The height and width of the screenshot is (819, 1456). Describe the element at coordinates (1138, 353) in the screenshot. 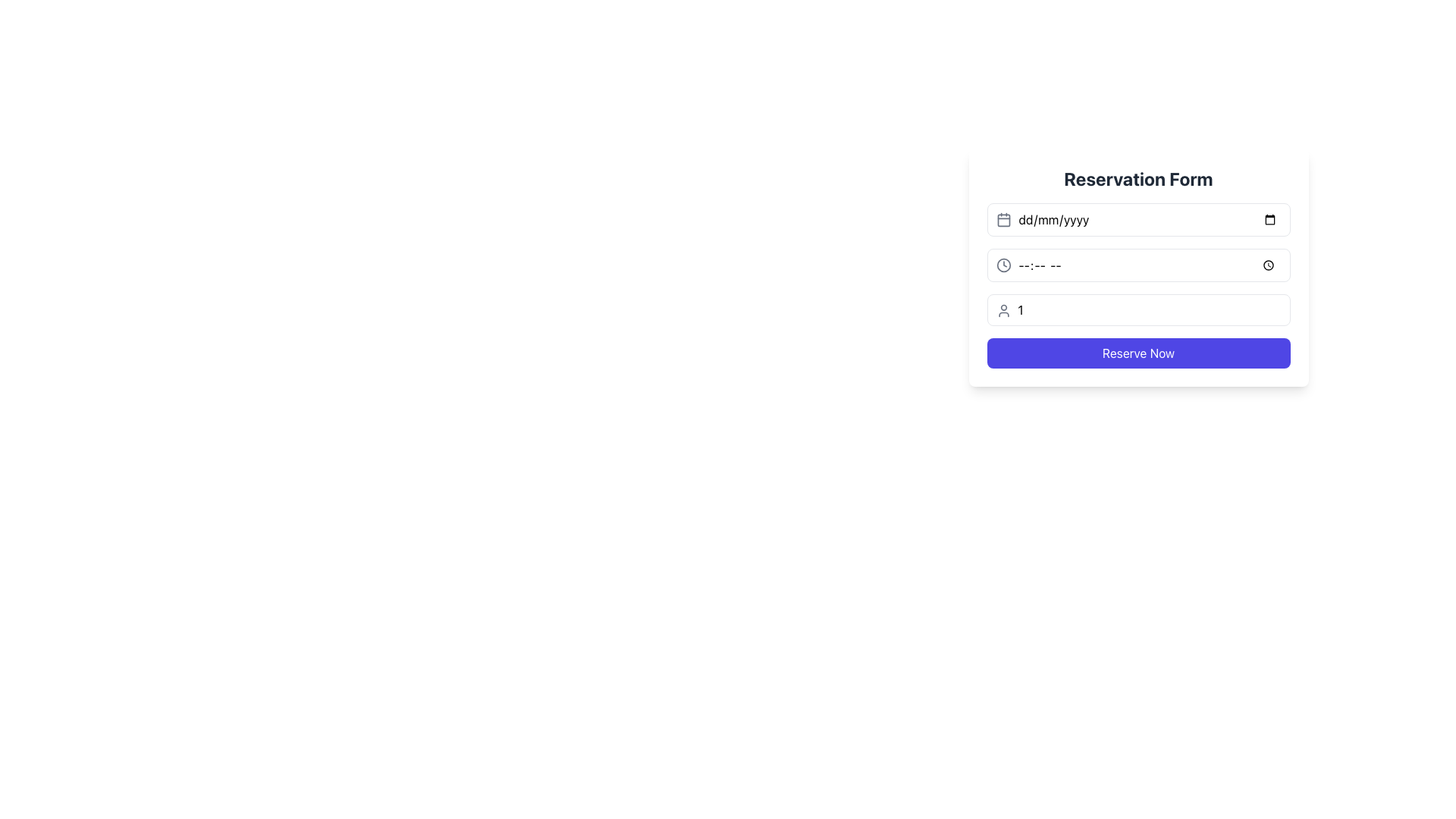

I see `the 'Reserve Now' button with a bold blue background and white text` at that location.